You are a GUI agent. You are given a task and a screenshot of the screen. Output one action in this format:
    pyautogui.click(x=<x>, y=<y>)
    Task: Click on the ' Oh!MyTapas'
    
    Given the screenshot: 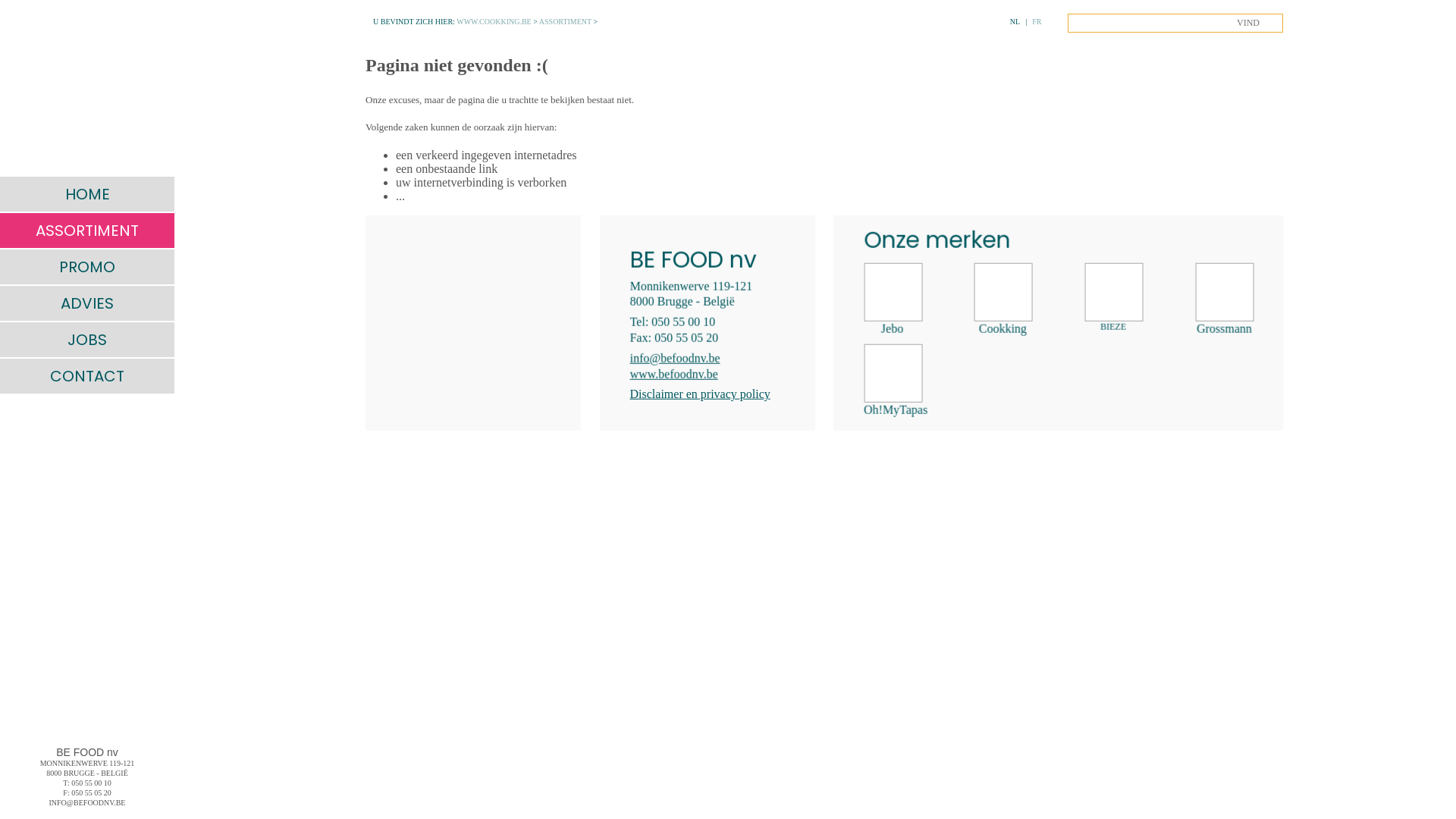 What is the action you would take?
    pyautogui.click(x=863, y=380)
    